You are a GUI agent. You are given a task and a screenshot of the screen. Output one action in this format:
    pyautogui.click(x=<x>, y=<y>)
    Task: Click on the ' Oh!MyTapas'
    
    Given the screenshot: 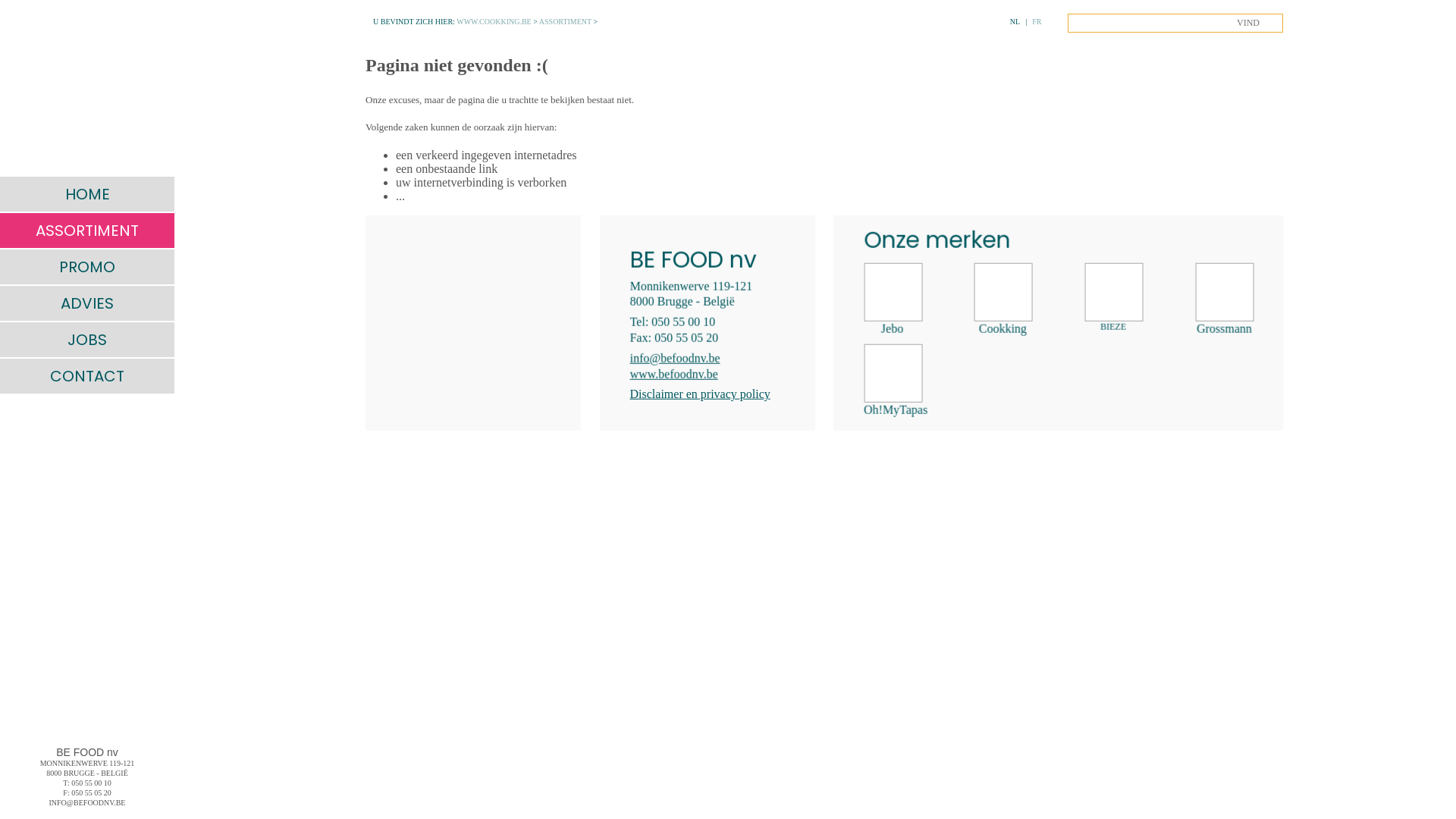 What is the action you would take?
    pyautogui.click(x=863, y=380)
    